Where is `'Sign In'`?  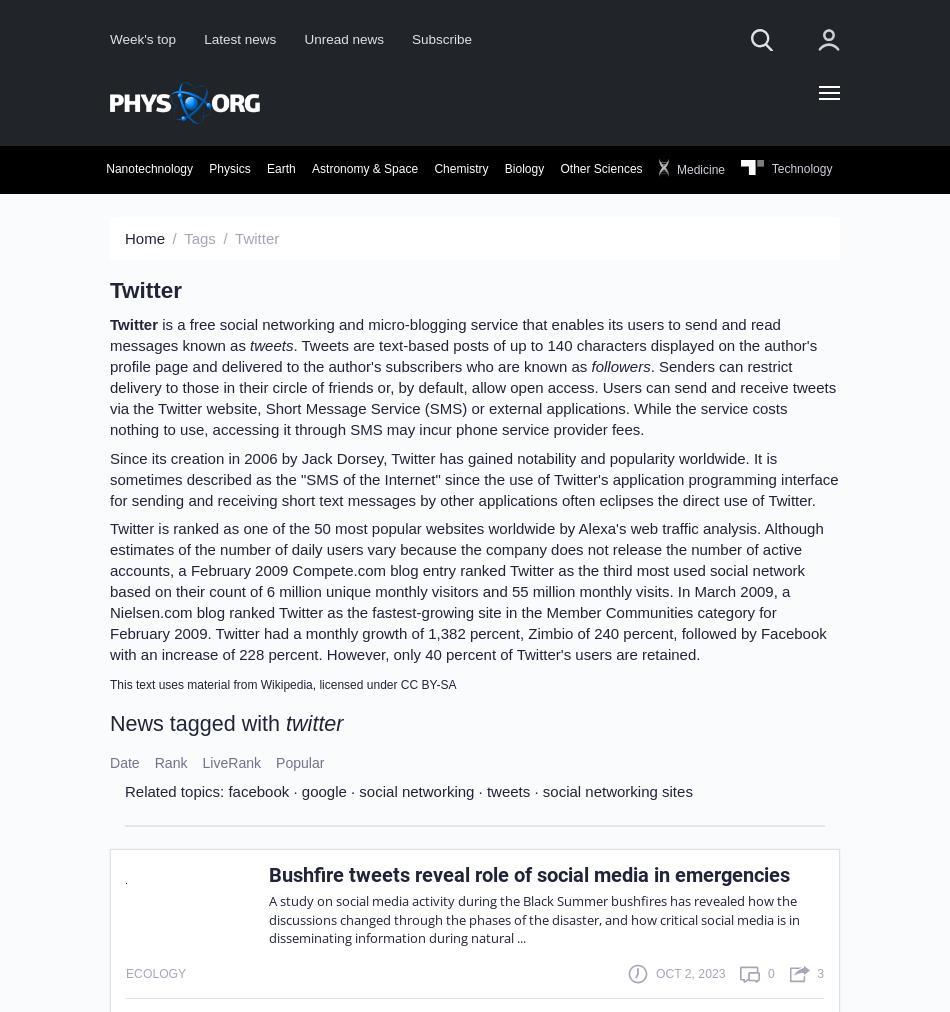
'Sign In' is located at coordinates (611, 314).